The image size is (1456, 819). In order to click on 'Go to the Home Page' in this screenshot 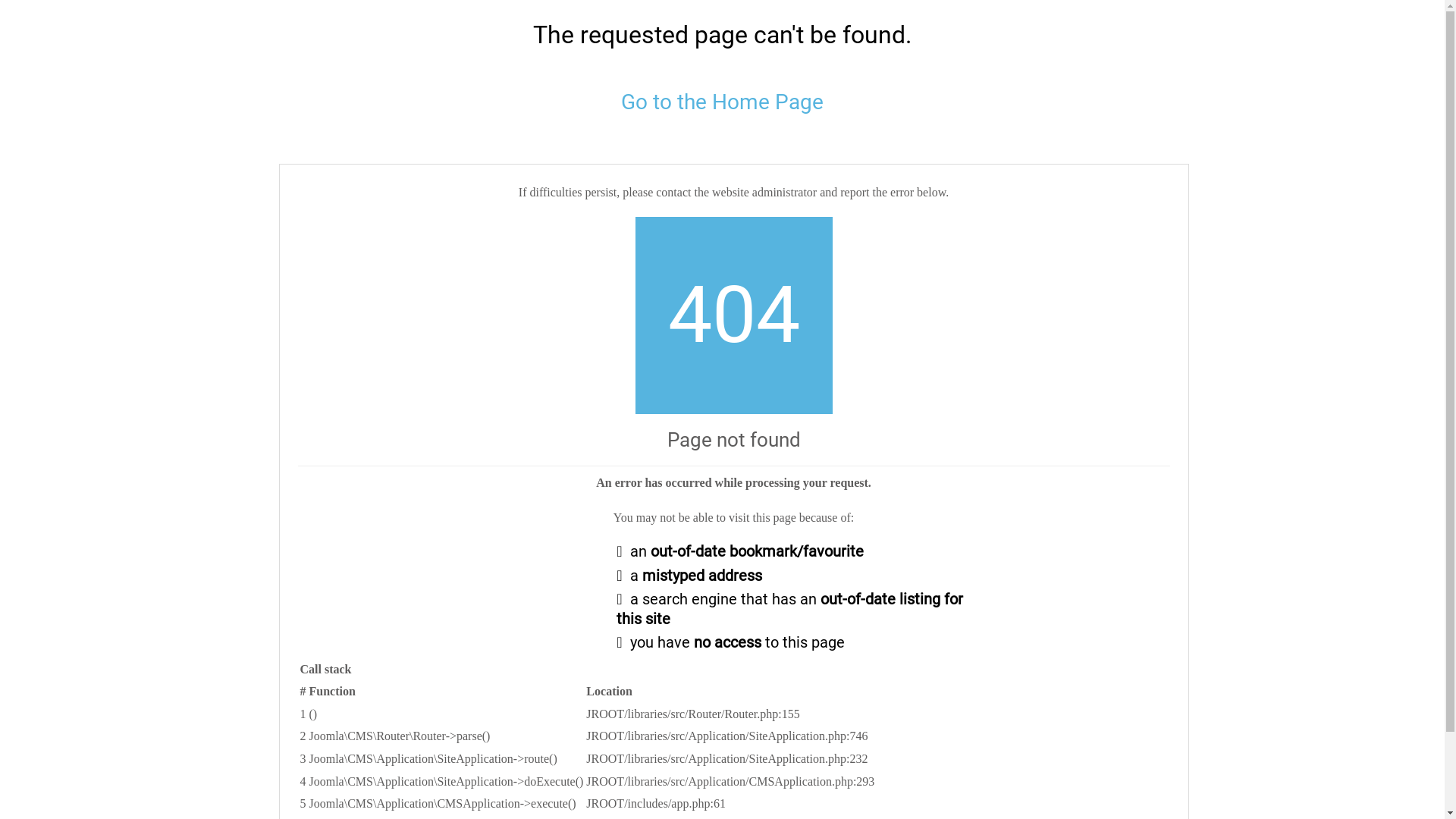, I will do `click(621, 102)`.